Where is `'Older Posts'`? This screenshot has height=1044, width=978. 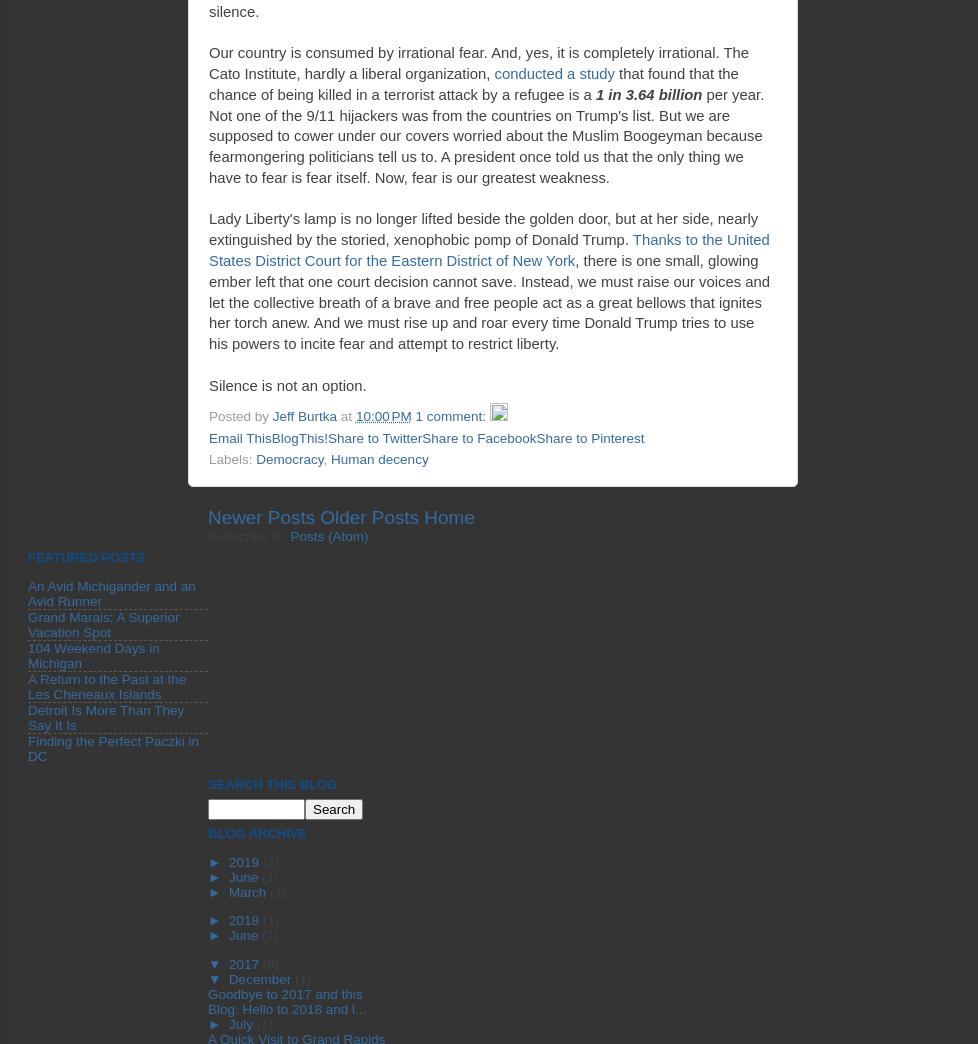
'Older Posts' is located at coordinates (368, 516).